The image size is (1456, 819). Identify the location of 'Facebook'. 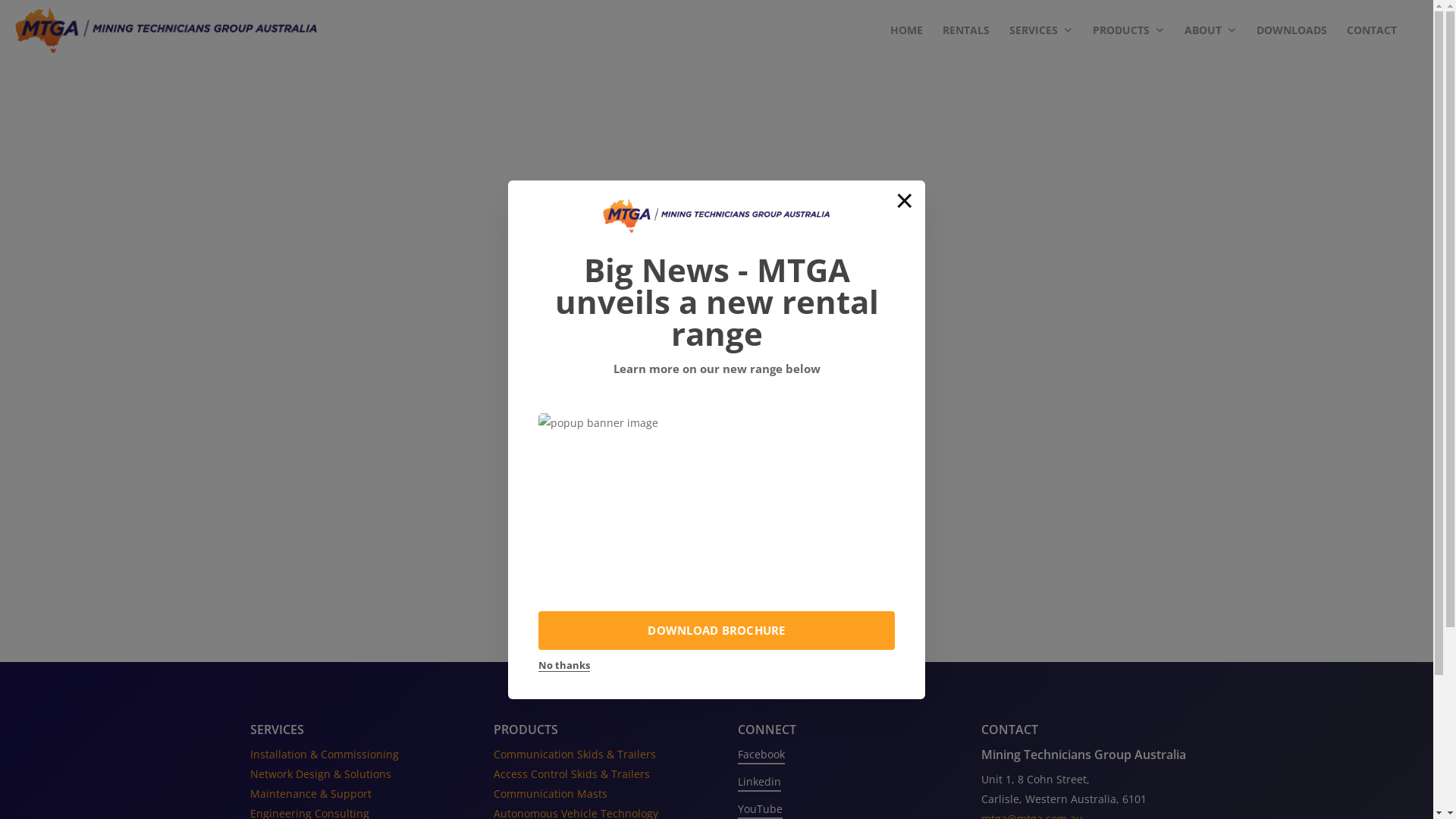
(761, 755).